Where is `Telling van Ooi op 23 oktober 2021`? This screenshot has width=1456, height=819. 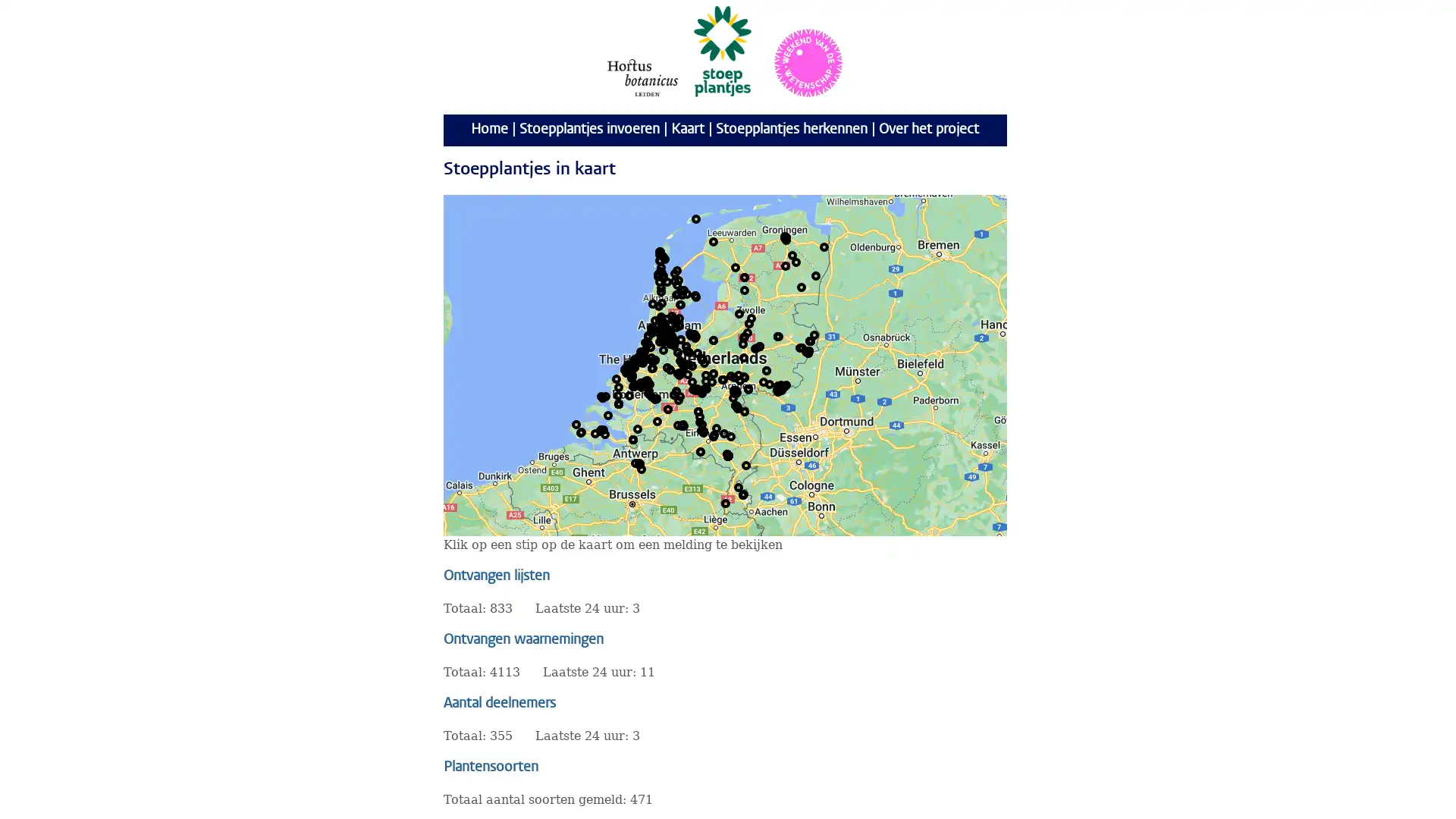
Telling van Ooi op 23 oktober 2021 is located at coordinates (673, 318).